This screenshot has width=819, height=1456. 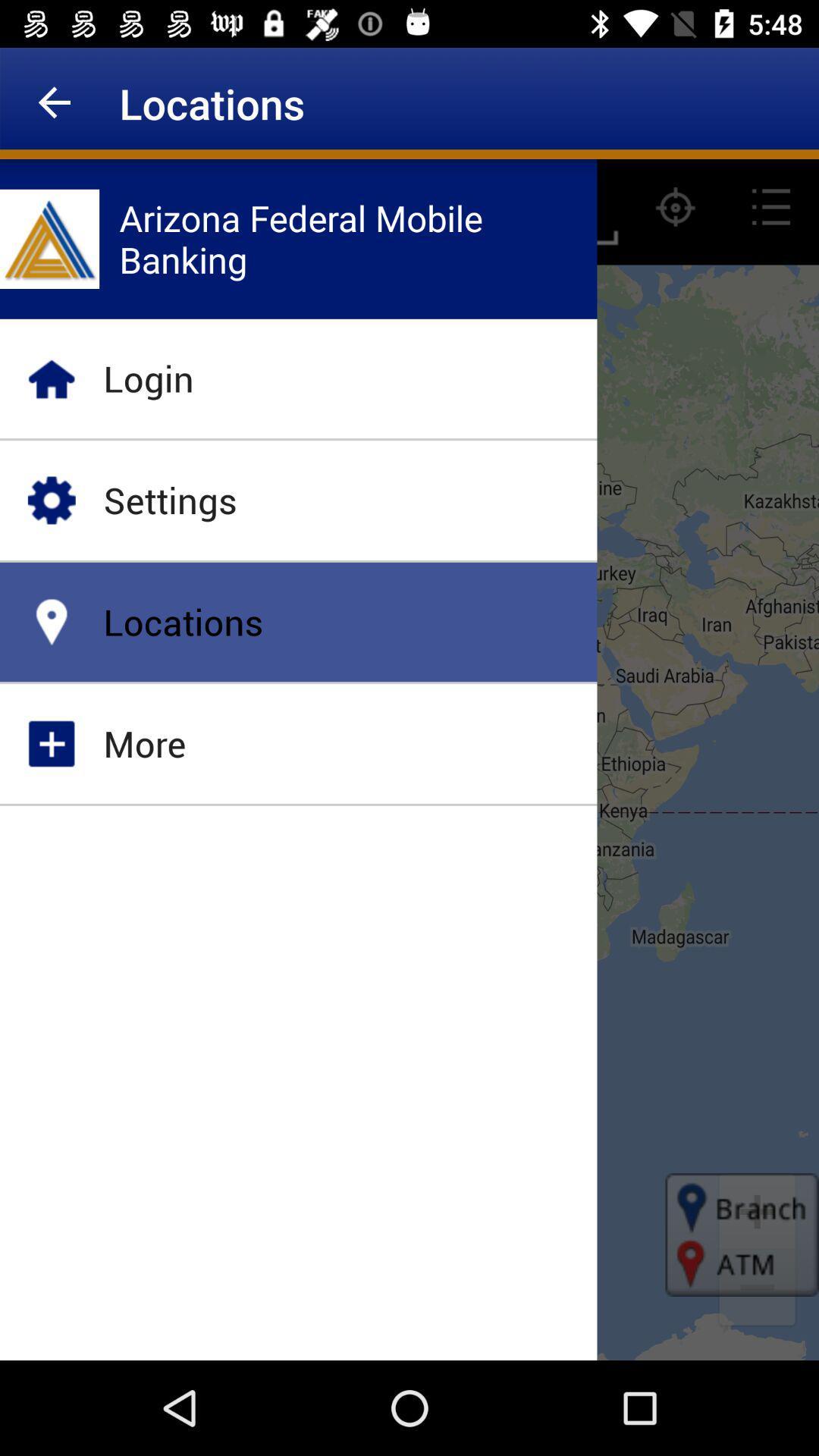 I want to click on the list icon, so click(x=771, y=206).